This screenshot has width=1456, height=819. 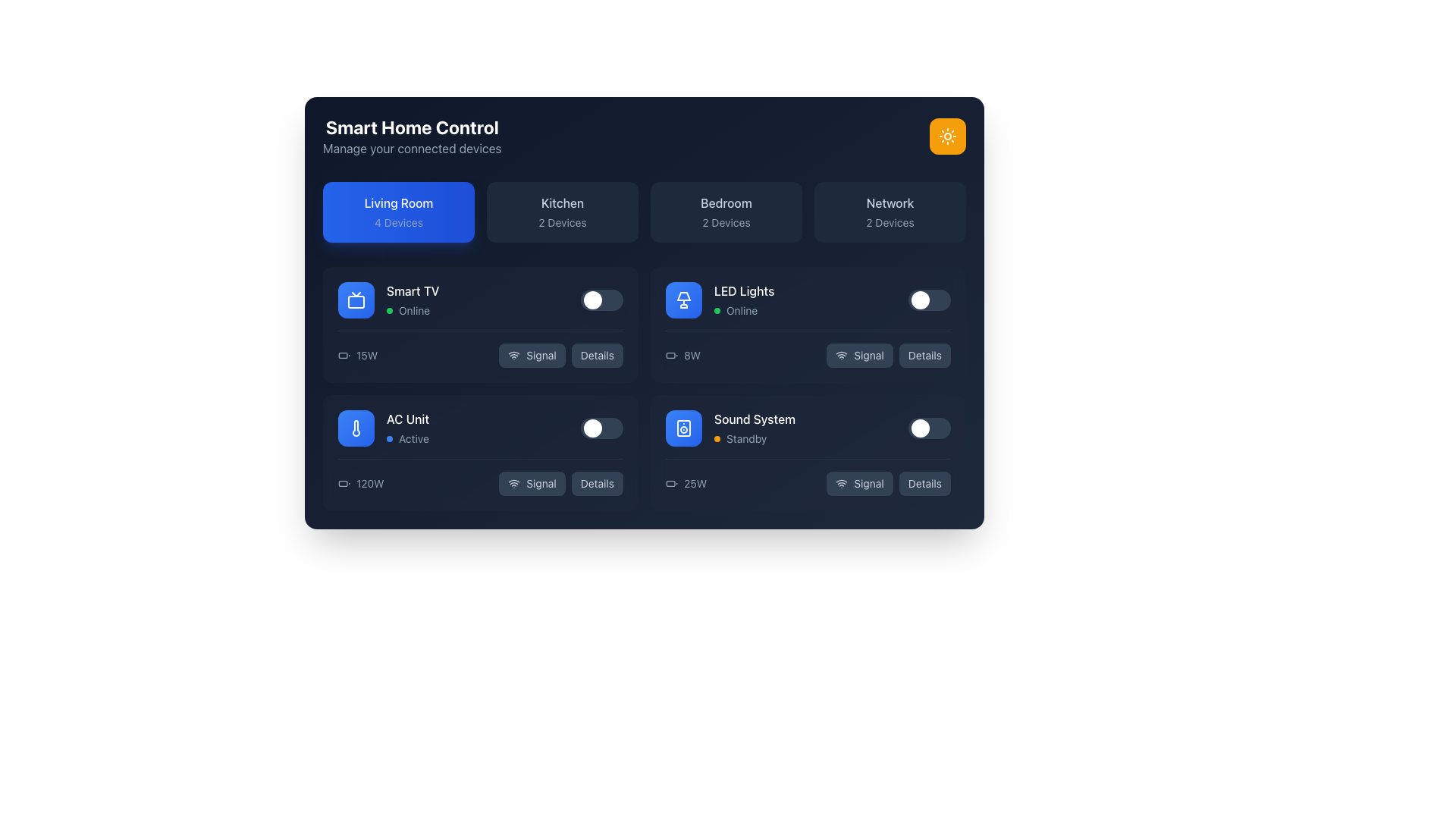 What do you see at coordinates (370, 483) in the screenshot?
I see `the Text label that provides information about the power consumption of the AC Unit` at bounding box center [370, 483].